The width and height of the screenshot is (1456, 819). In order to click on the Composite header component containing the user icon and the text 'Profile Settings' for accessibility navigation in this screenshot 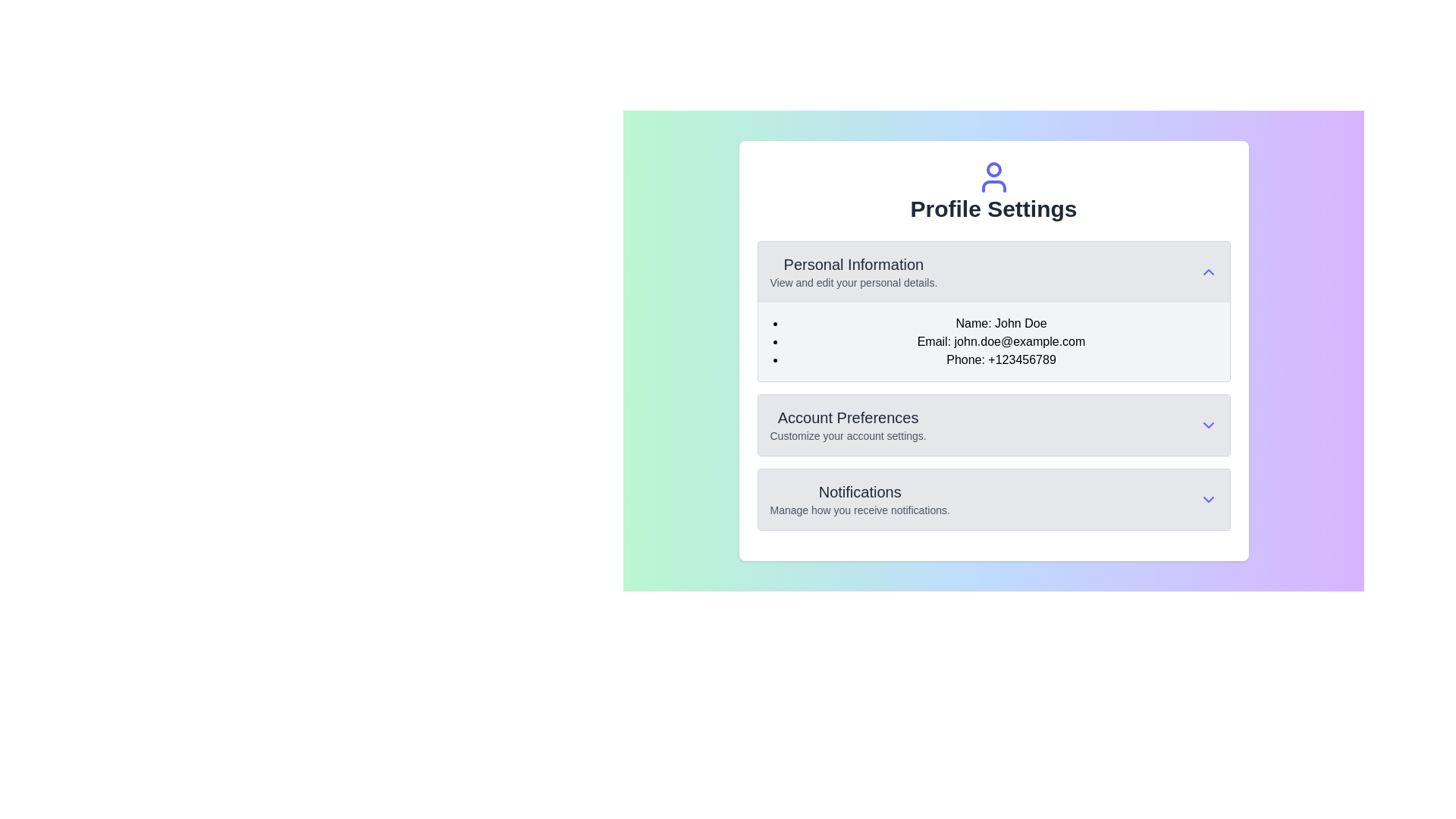, I will do `click(993, 190)`.